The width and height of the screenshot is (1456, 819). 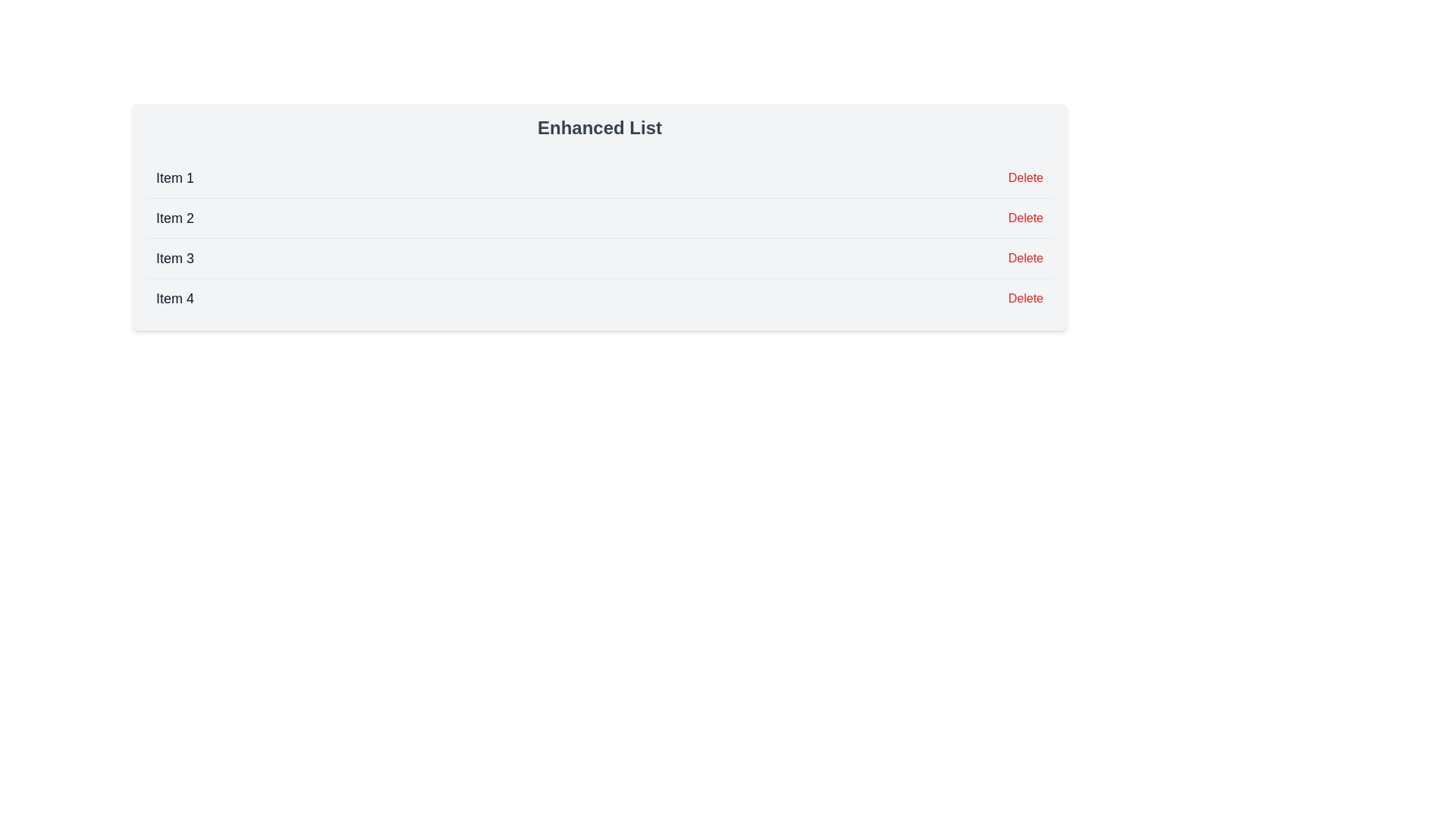 What do you see at coordinates (174, 218) in the screenshot?
I see `the Text label indicating the second item in the list, which is located in the second row of a 4-item vertical list, positioned towards the left side of its row, adjacent to a 'Delete' button` at bounding box center [174, 218].